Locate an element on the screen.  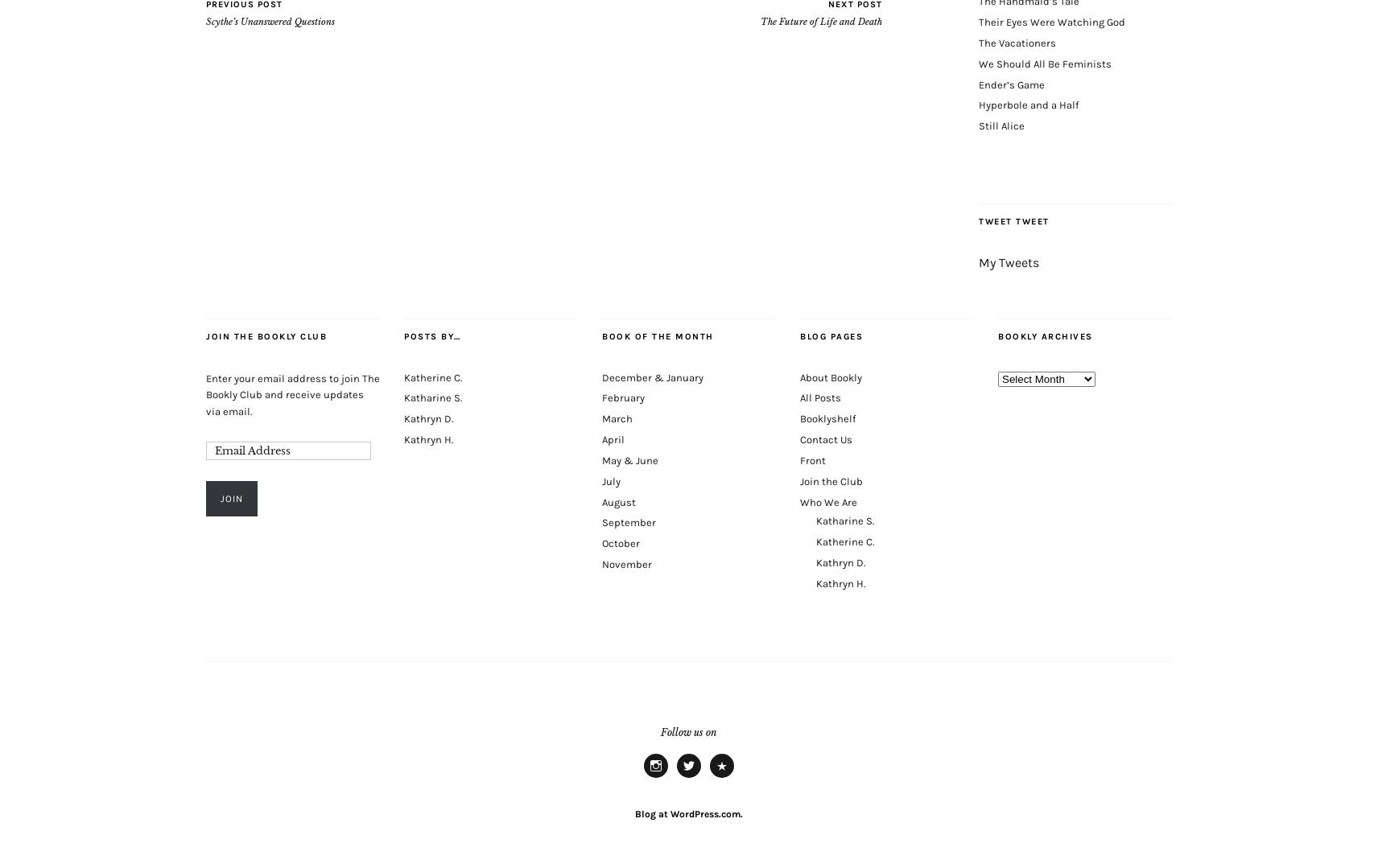
'Who We Are' is located at coordinates (827, 500).